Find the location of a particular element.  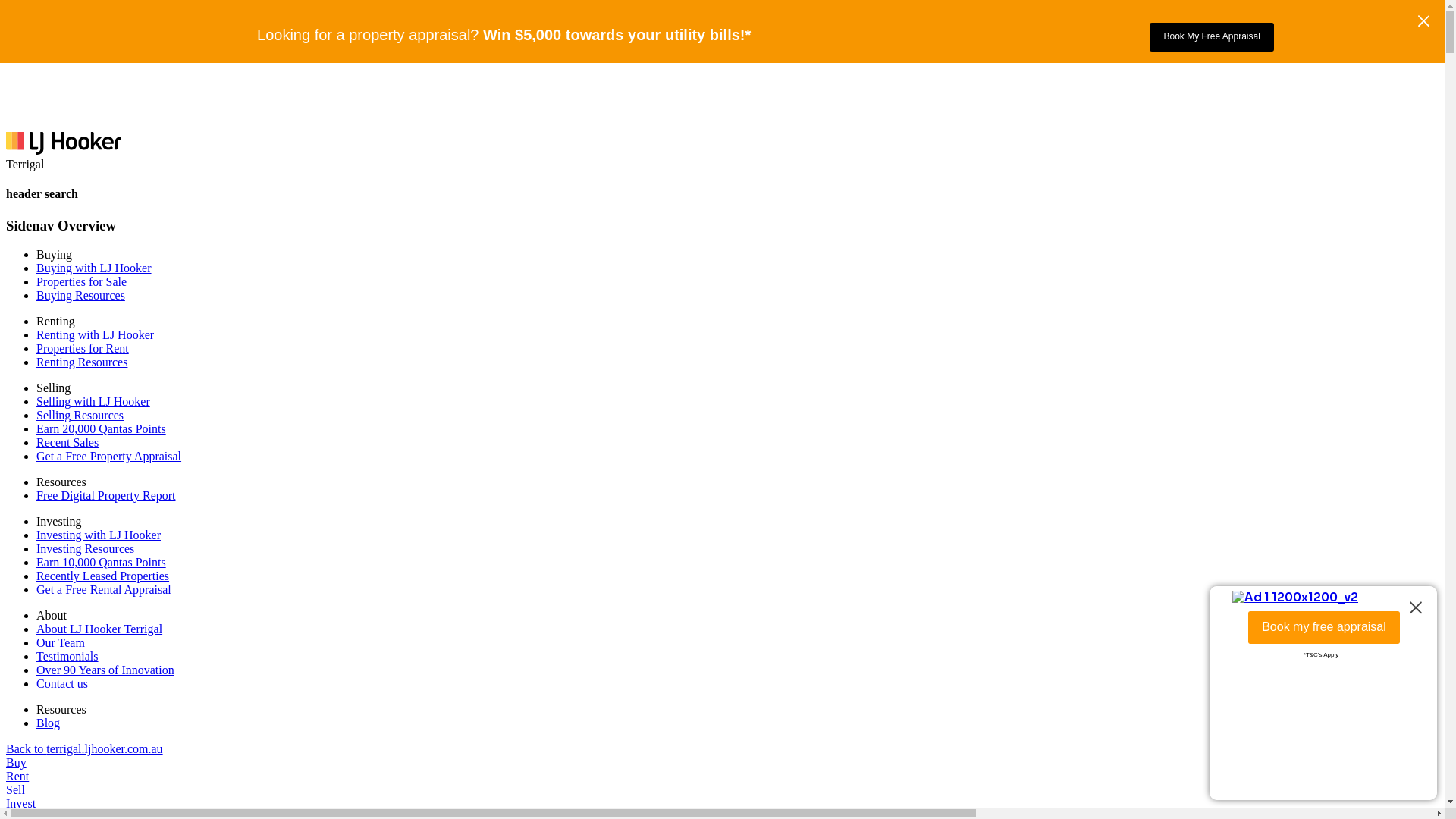

'Back to terrigal.ljhooker.com.au' is located at coordinates (83, 748).